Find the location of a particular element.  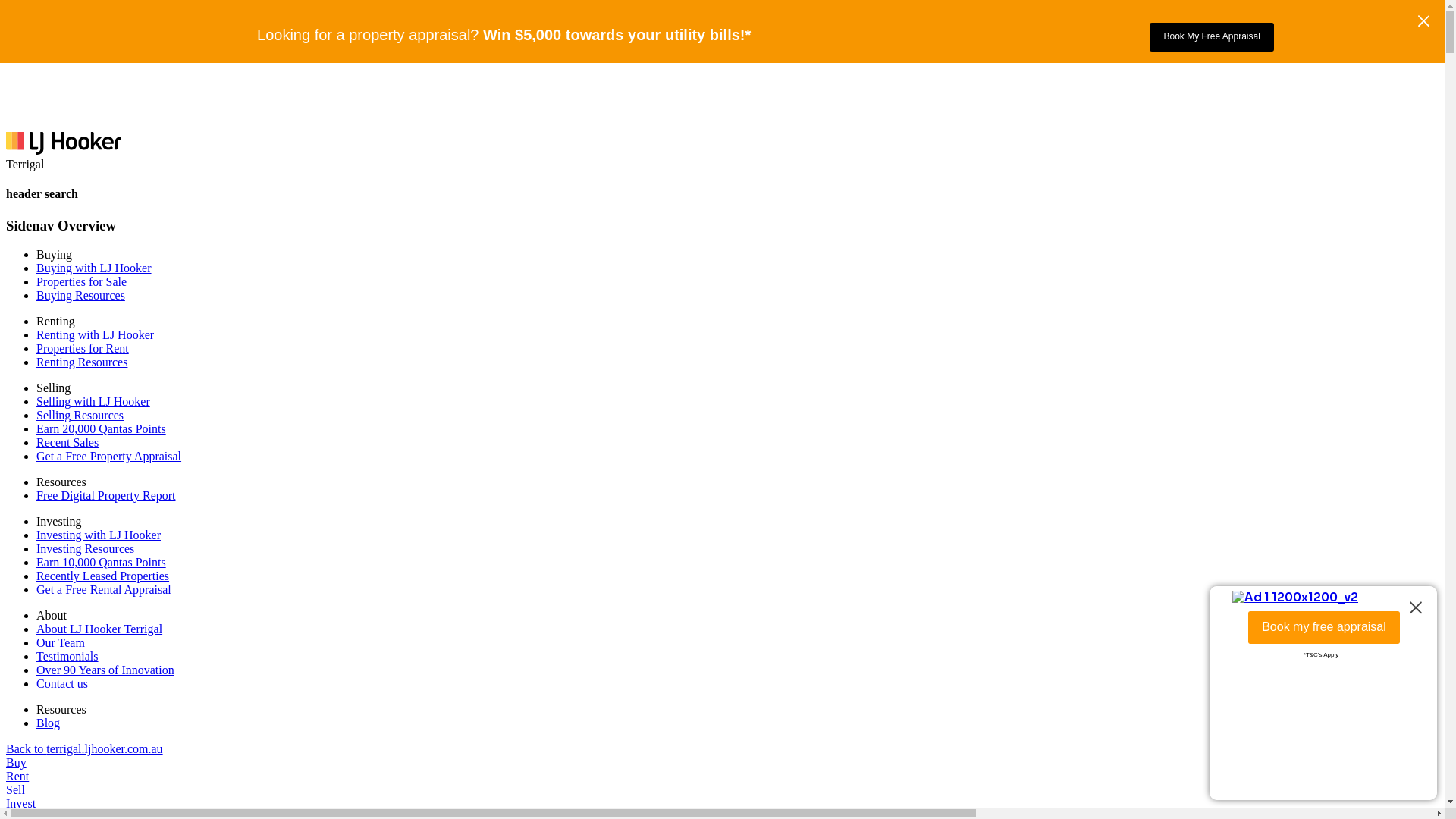

'Back to terrigal.ljhooker.com.au' is located at coordinates (83, 748).